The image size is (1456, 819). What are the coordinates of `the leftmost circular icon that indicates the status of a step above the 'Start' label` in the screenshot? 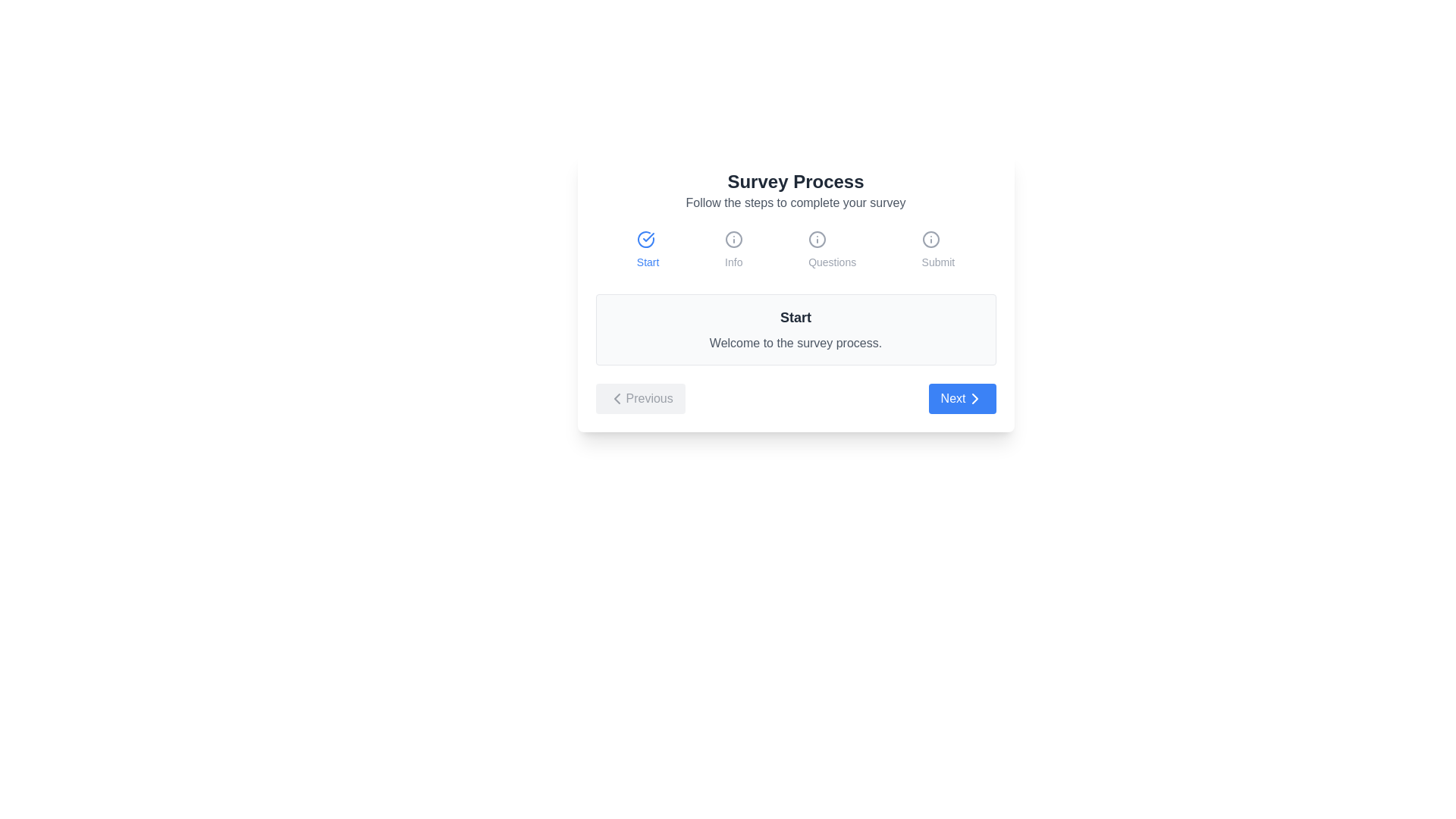 It's located at (648, 239).